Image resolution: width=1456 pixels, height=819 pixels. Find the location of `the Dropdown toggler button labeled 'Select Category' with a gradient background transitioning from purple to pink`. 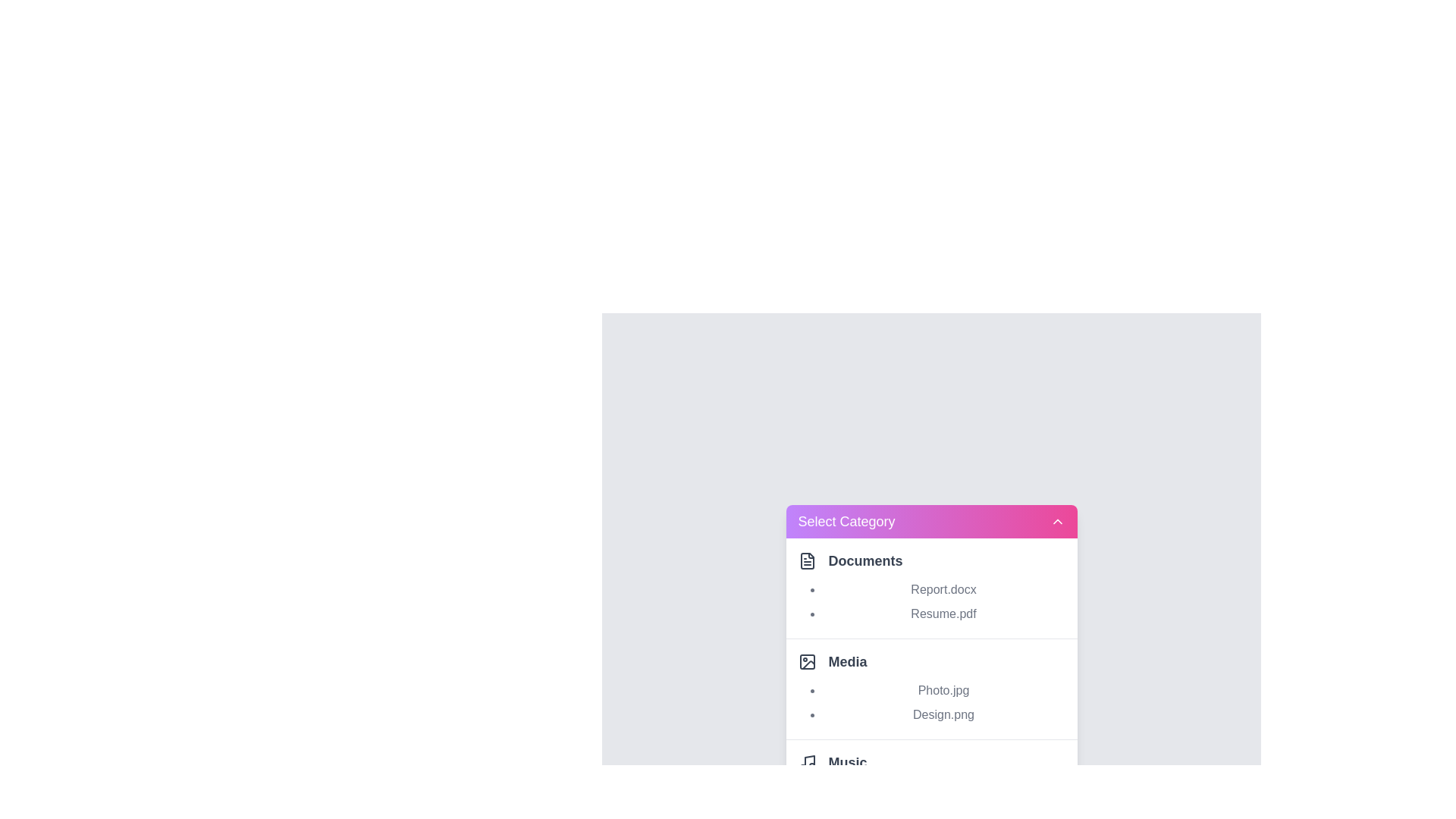

the Dropdown toggler button labeled 'Select Category' with a gradient background transitioning from purple to pink is located at coordinates (930, 520).